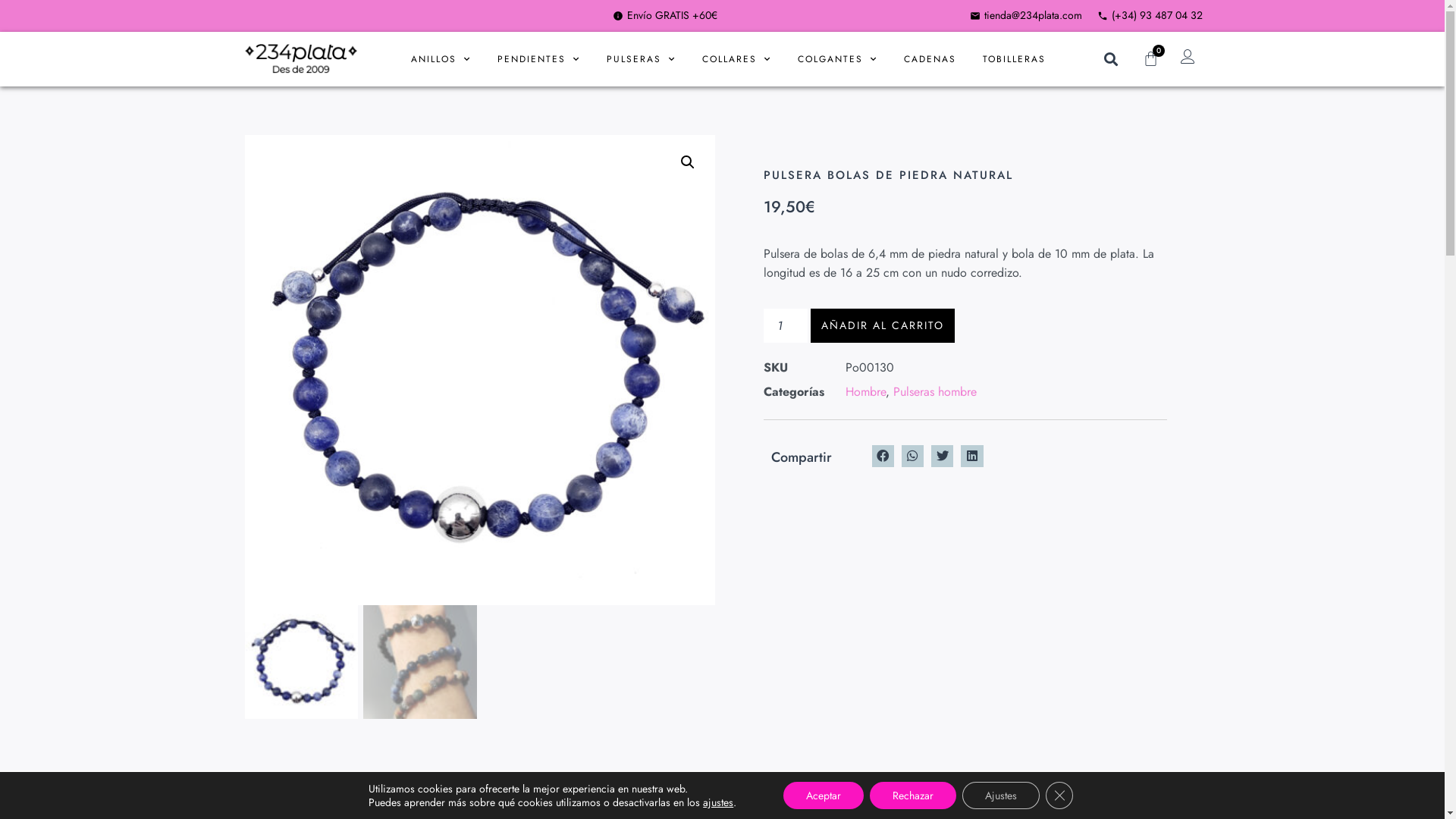 This screenshot has height=819, width=1456. What do you see at coordinates (736, 58) in the screenshot?
I see `'COLLARES'` at bounding box center [736, 58].